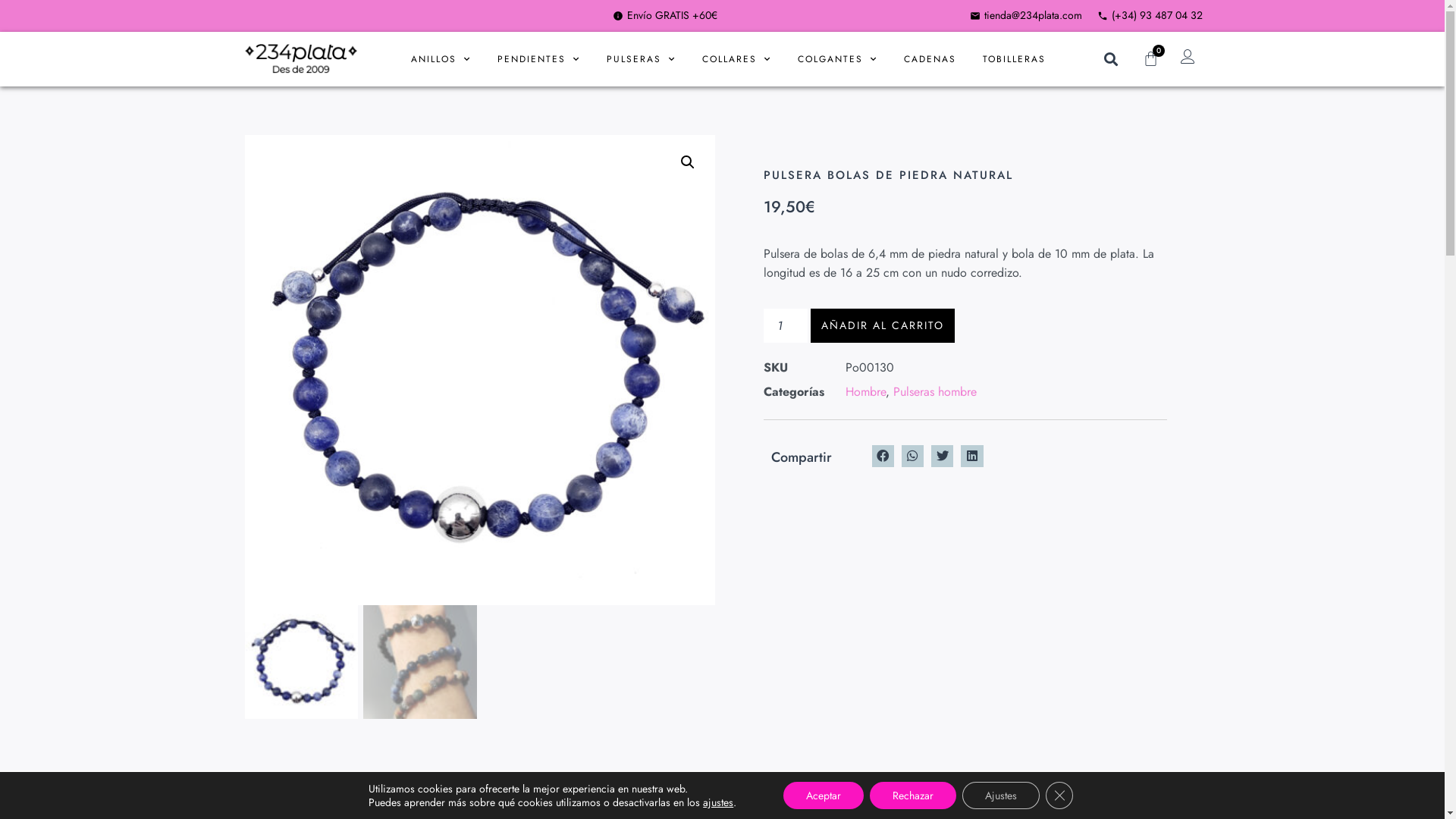 This screenshot has height=819, width=1456. What do you see at coordinates (736, 58) in the screenshot?
I see `'COLLARES'` at bounding box center [736, 58].